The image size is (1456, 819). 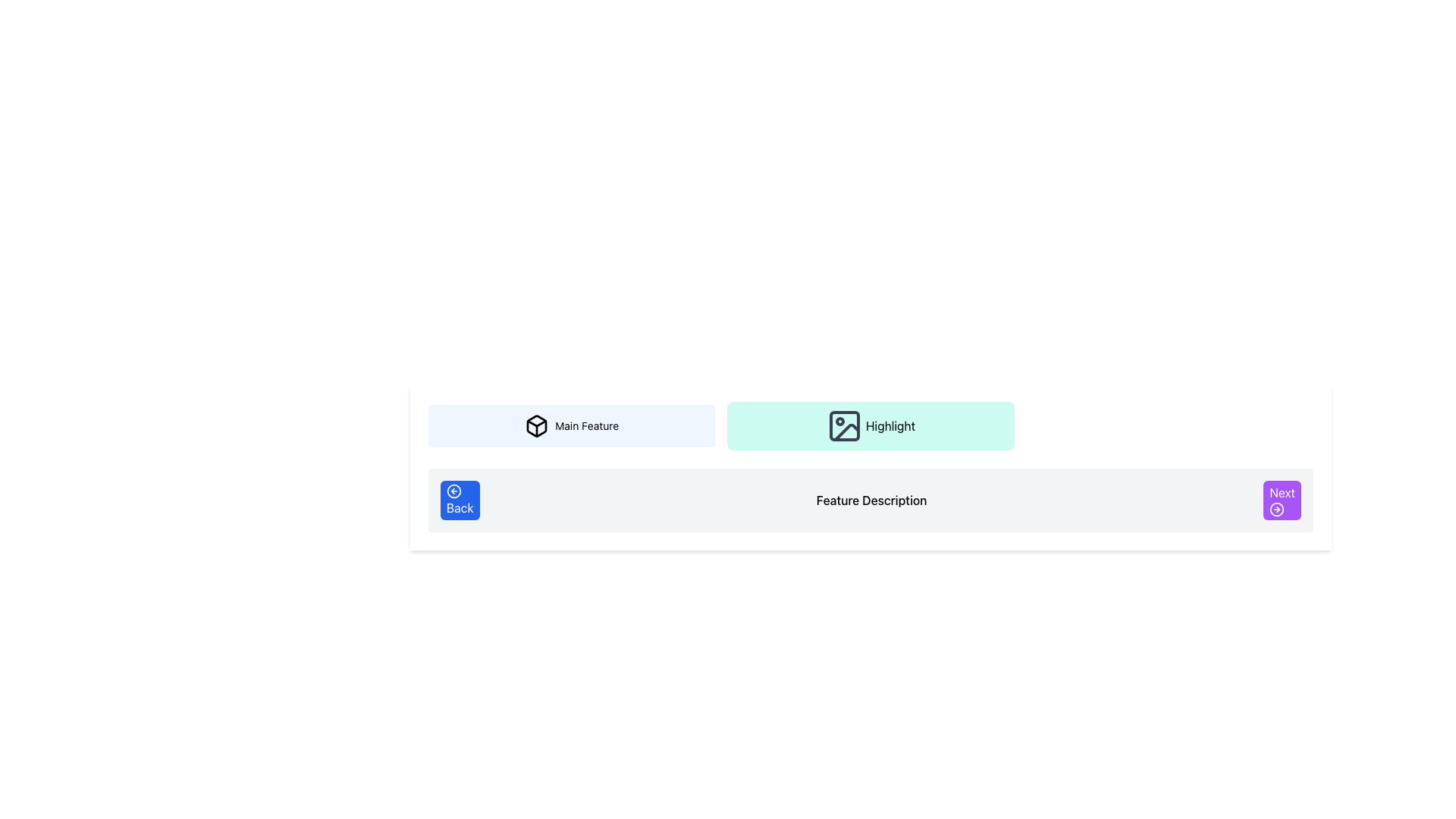 What do you see at coordinates (453, 491) in the screenshot?
I see `the circular outer border of the backward arrow icon located at the bottom left of the interface` at bounding box center [453, 491].